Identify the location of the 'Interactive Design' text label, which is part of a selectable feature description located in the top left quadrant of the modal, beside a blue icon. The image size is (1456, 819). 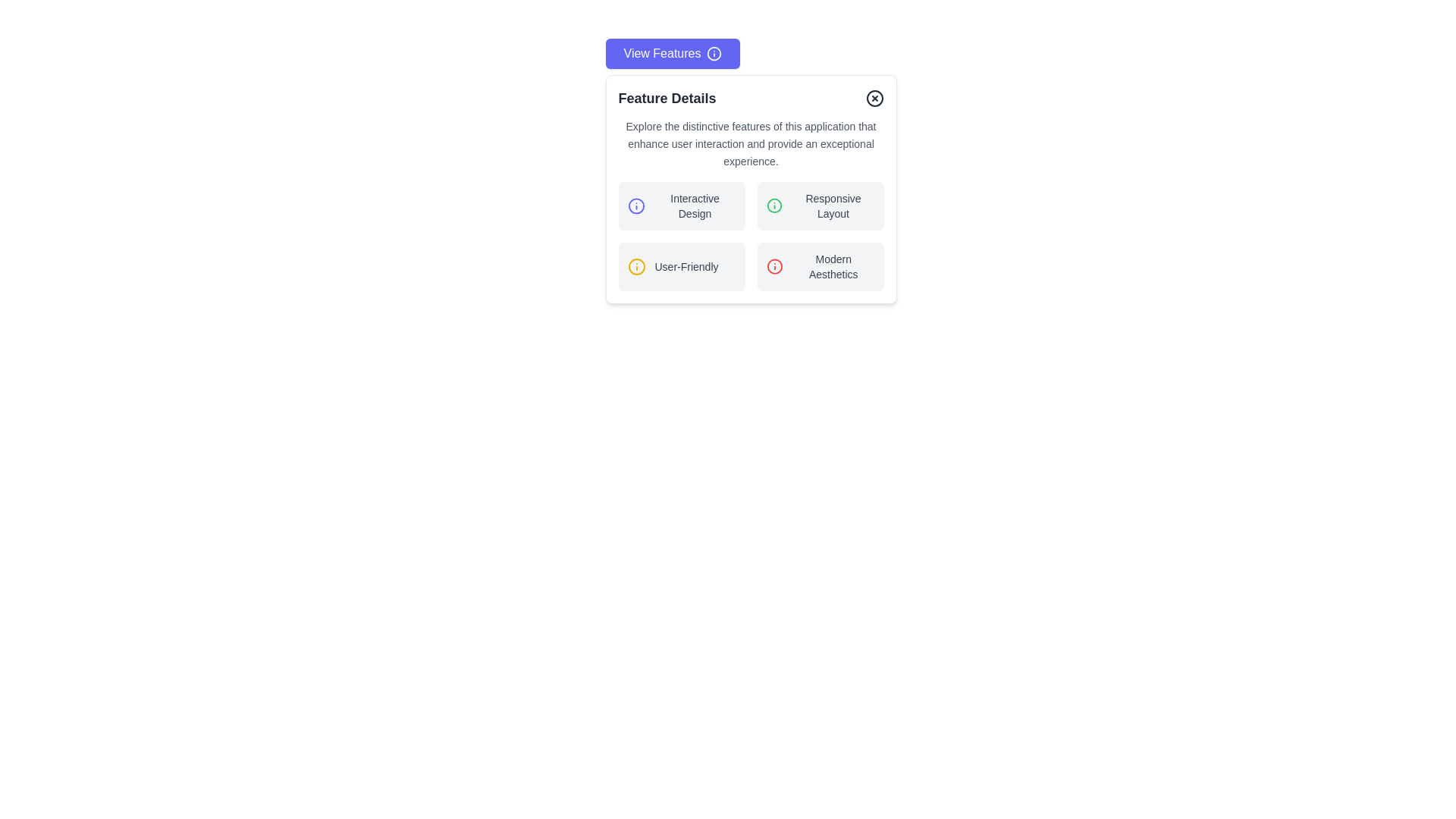
(694, 206).